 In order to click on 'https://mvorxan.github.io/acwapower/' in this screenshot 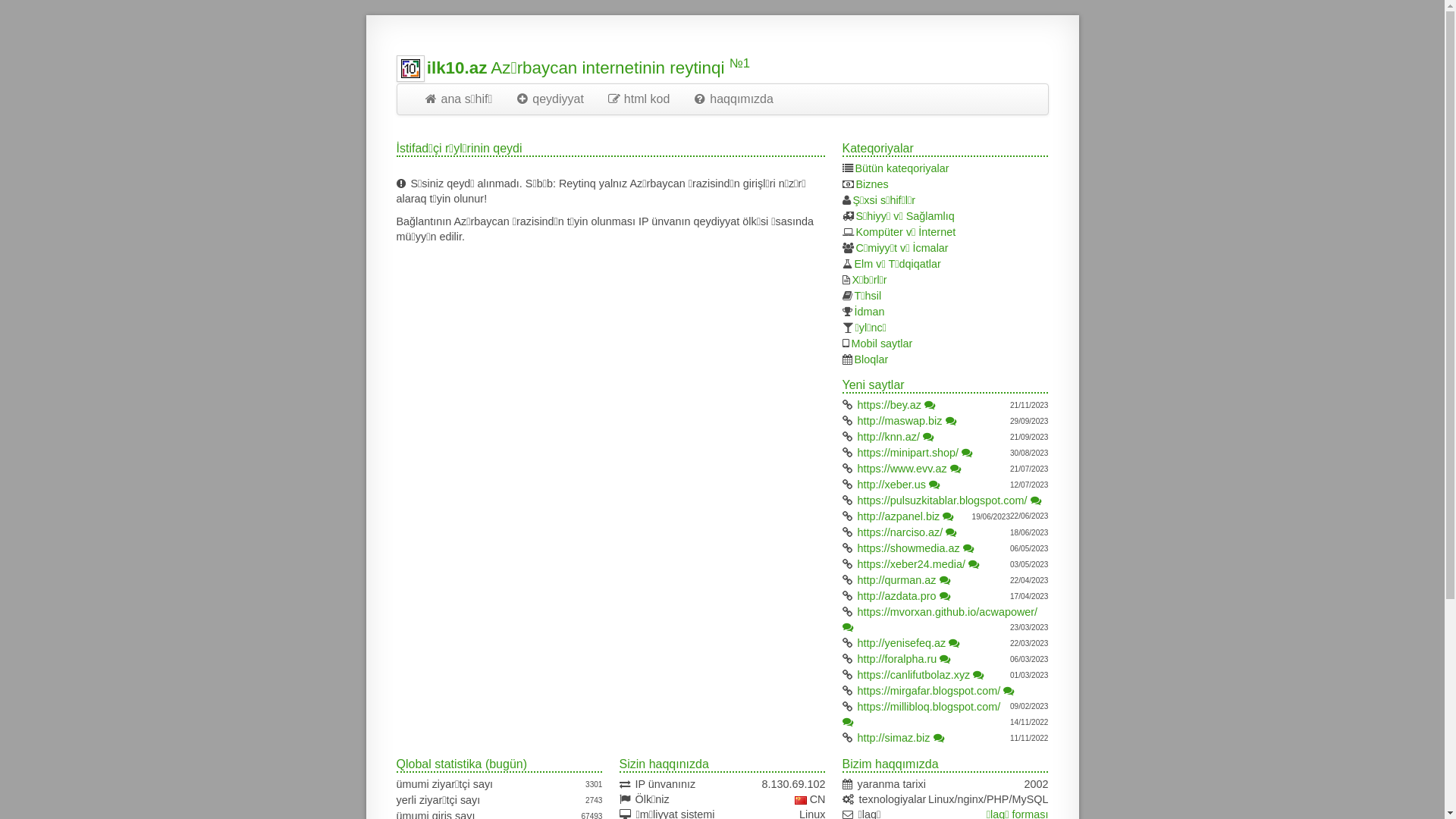, I will do `click(858, 610)`.